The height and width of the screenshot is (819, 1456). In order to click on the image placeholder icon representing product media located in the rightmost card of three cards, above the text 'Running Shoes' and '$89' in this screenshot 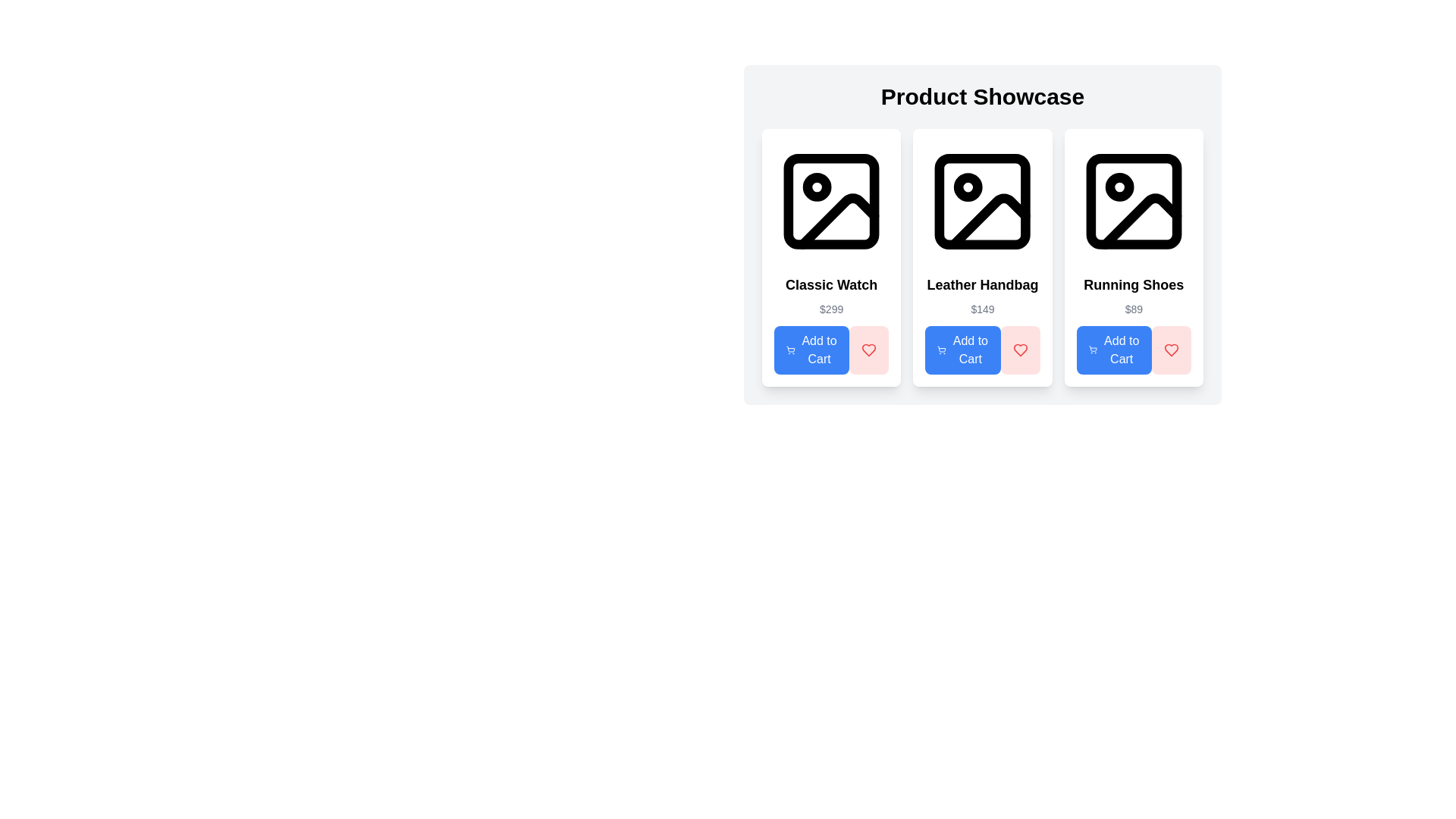, I will do `click(1134, 201)`.